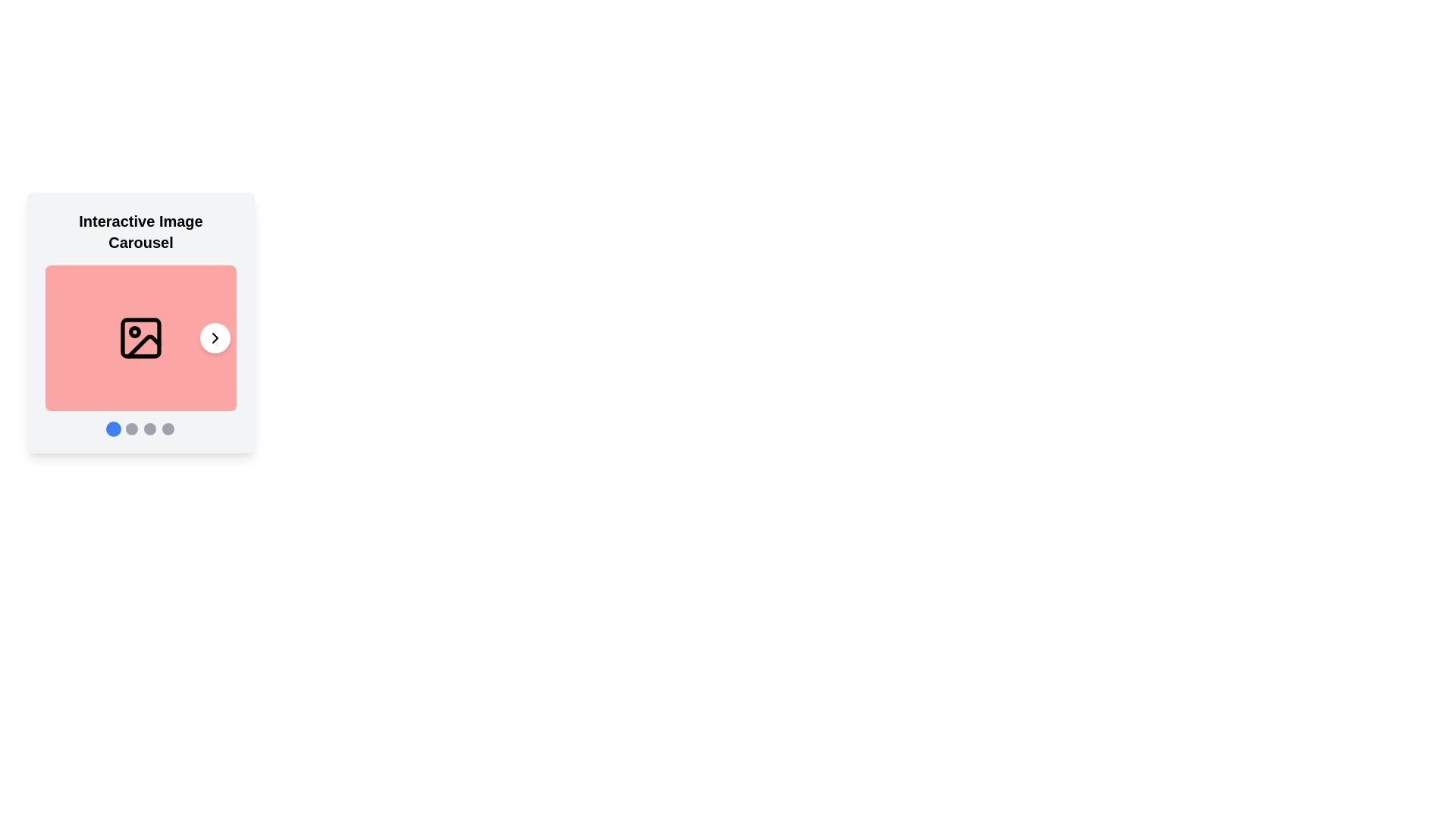  What do you see at coordinates (214, 337) in the screenshot?
I see `the right-facing chevron arrow icon located centrally within the circular button of the carousel navigation control` at bounding box center [214, 337].